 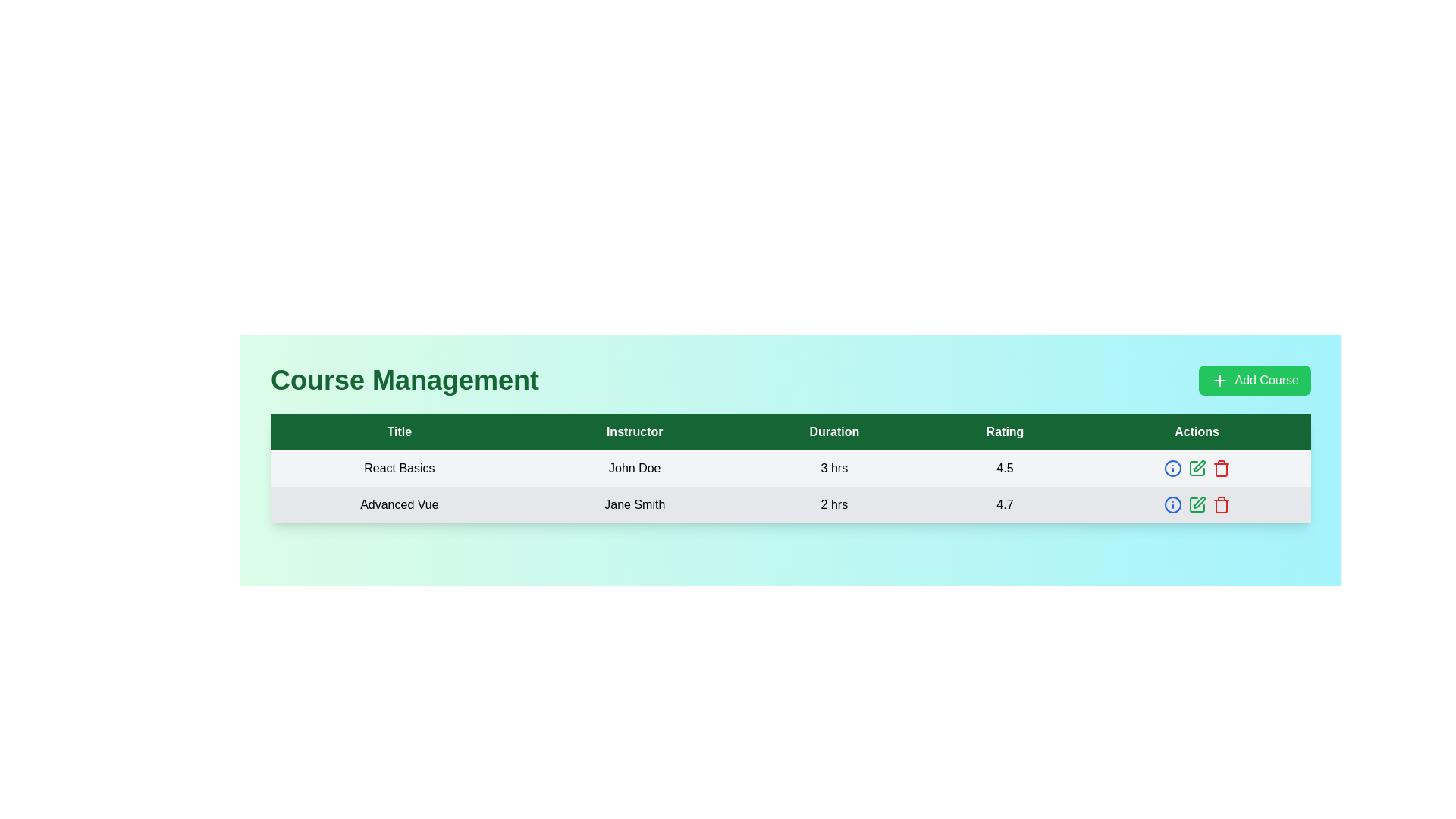 I want to click on the 'React Basics' text label which is displayed in bold black font on a light gray background, located in the first row of the table under the 'Title' column, so click(x=399, y=467).